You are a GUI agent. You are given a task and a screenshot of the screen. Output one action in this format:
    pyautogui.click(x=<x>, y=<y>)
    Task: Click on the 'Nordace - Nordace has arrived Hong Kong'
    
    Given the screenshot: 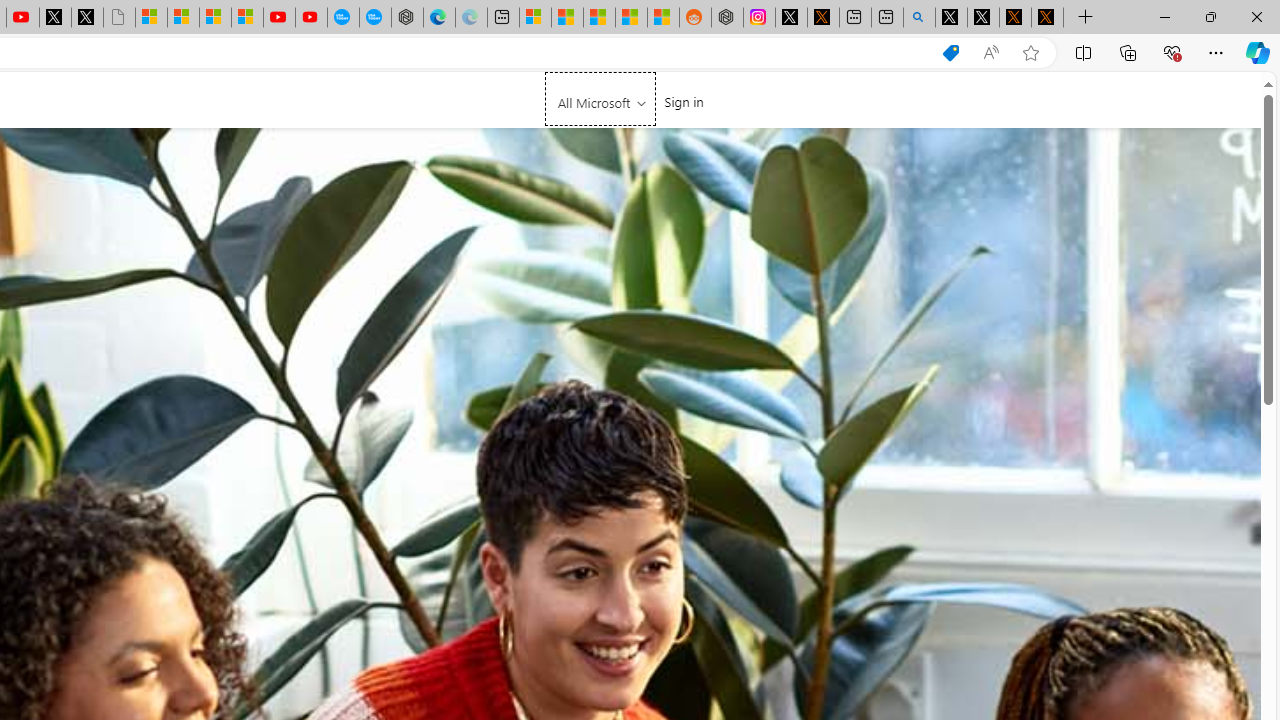 What is the action you would take?
    pyautogui.click(x=406, y=17)
    